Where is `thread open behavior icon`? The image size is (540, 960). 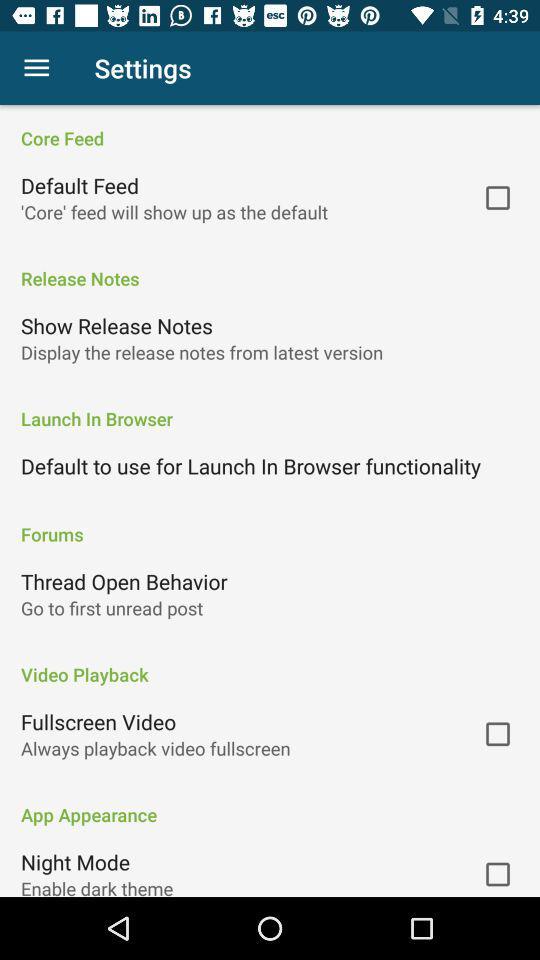
thread open behavior icon is located at coordinates (124, 581).